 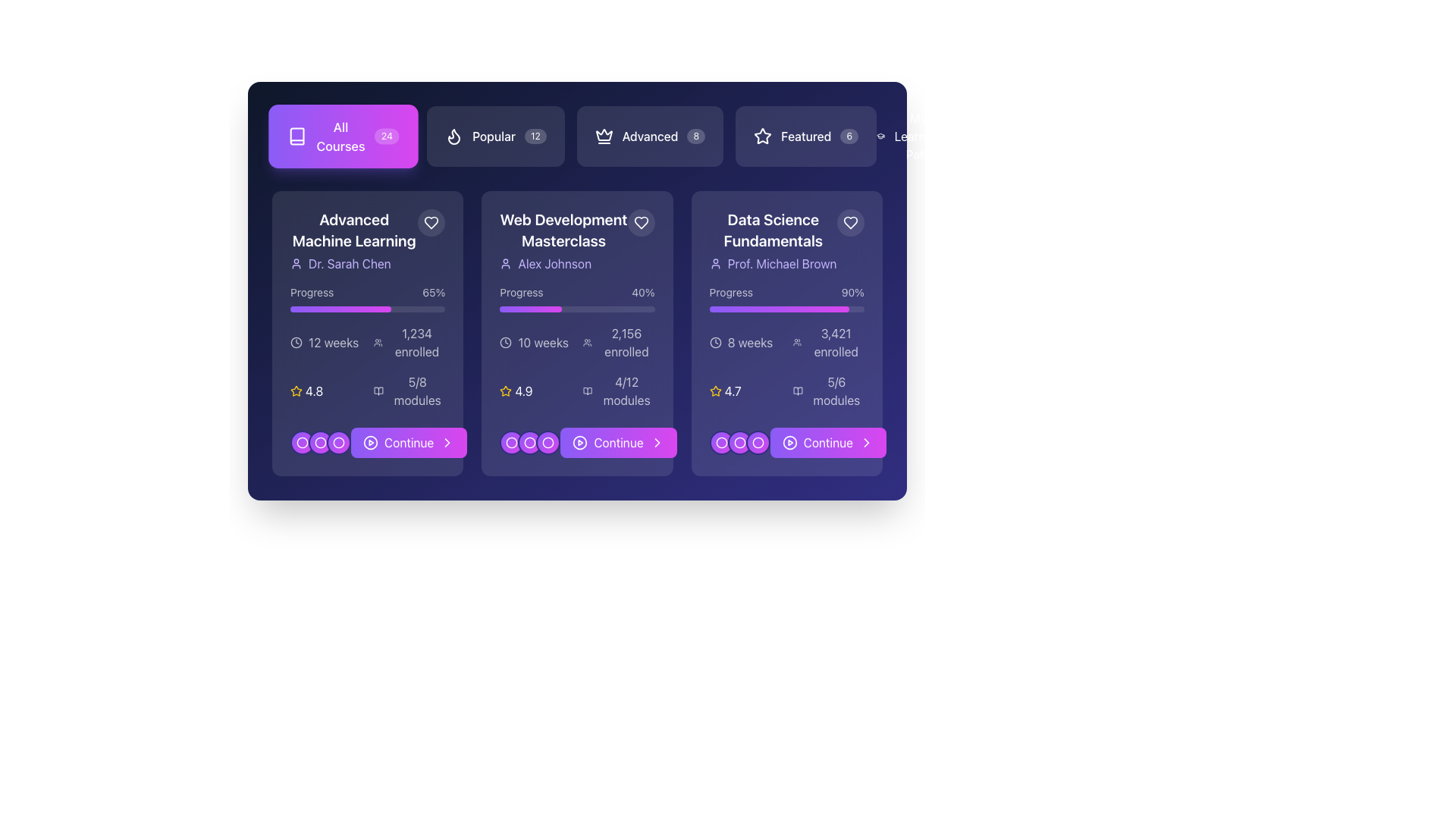 I want to click on the text label displaying the number of individuals enrolled in the 'Data Science Fundamentals' course, located on the rightmost card above the bottom row of icons and buttons, so click(x=835, y=342).